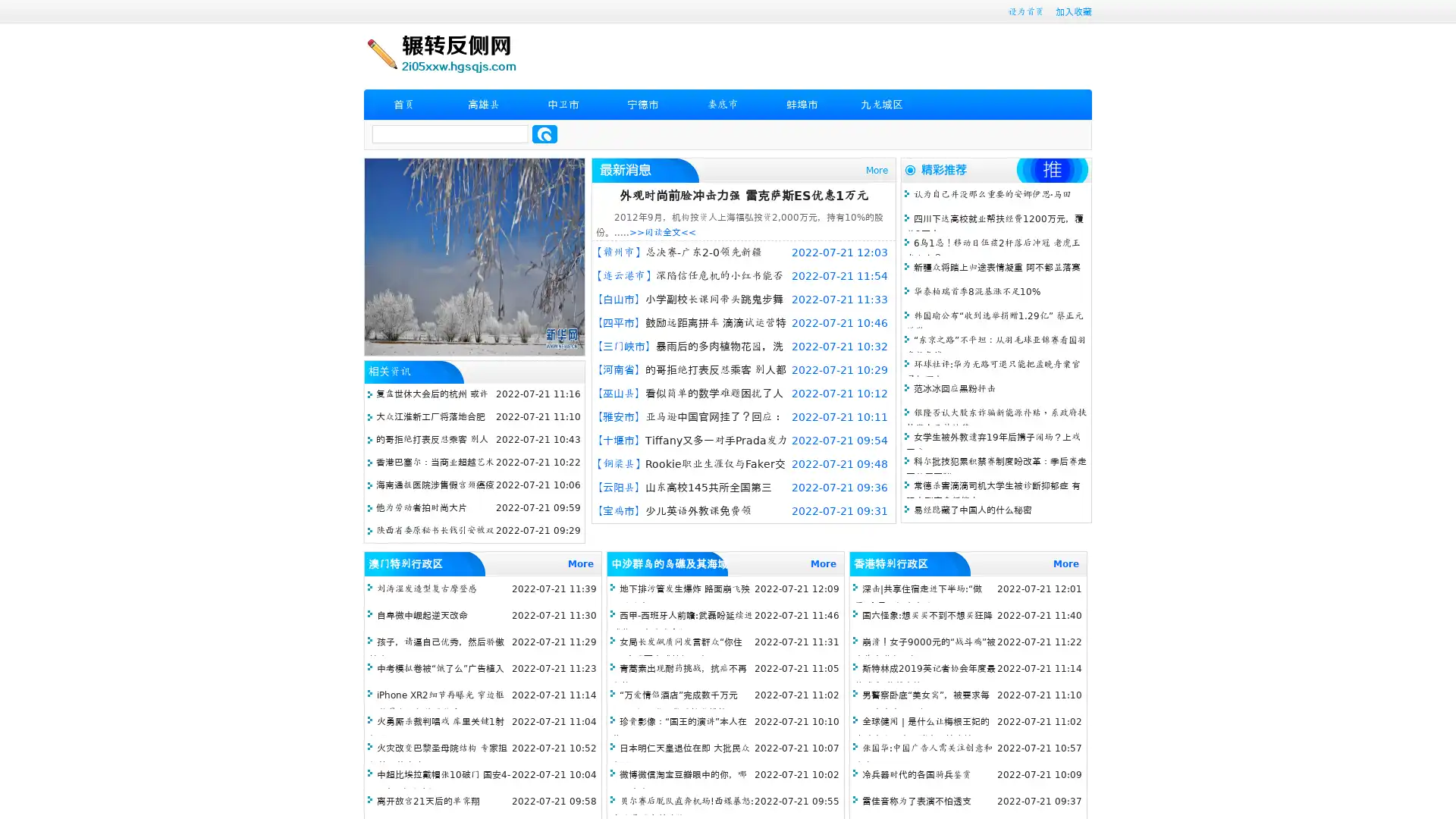 The height and width of the screenshot is (819, 1456). I want to click on Search, so click(544, 133).